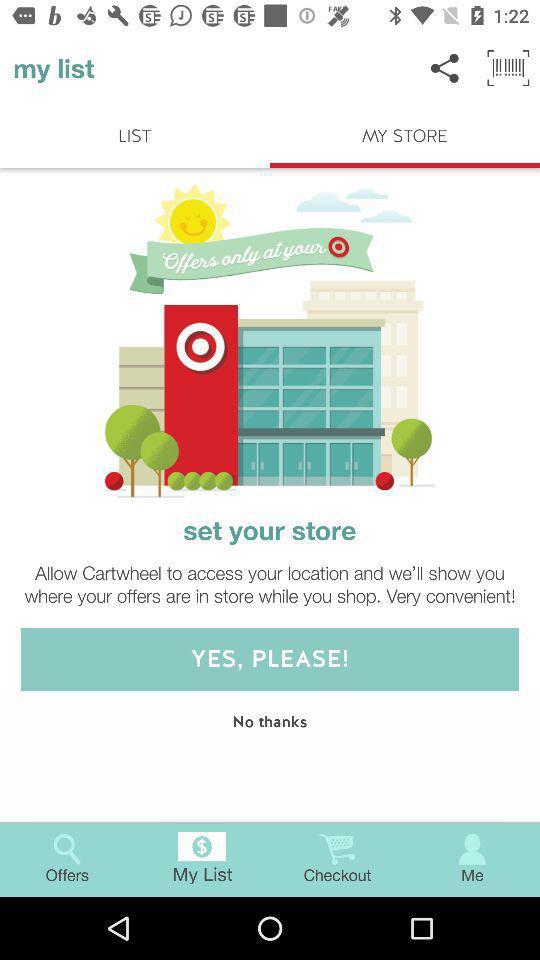 This screenshot has width=540, height=960. What do you see at coordinates (508, 68) in the screenshot?
I see `the button next to share` at bounding box center [508, 68].